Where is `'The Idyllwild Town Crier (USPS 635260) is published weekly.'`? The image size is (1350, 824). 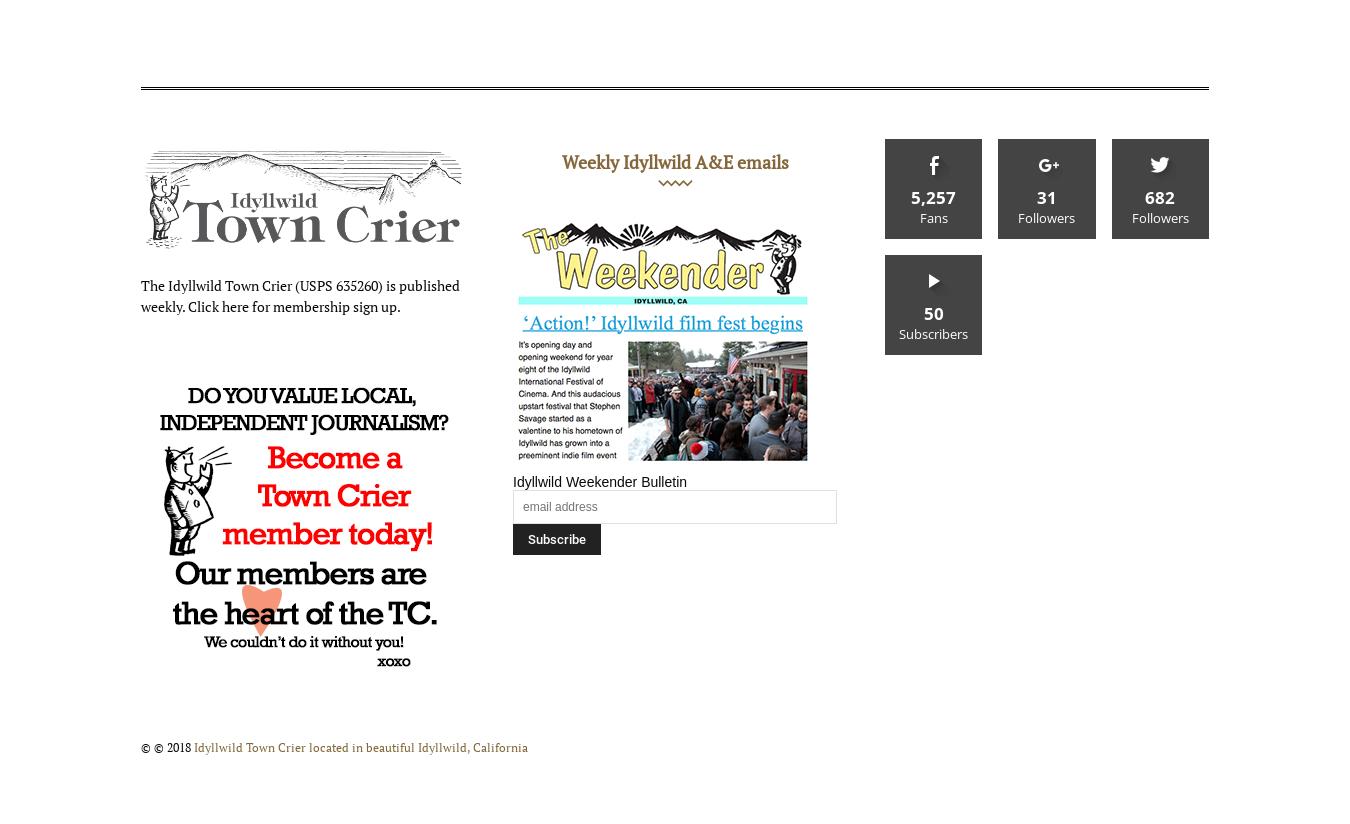
'The Idyllwild Town Crier (USPS 635260) is published weekly.' is located at coordinates (140, 293).